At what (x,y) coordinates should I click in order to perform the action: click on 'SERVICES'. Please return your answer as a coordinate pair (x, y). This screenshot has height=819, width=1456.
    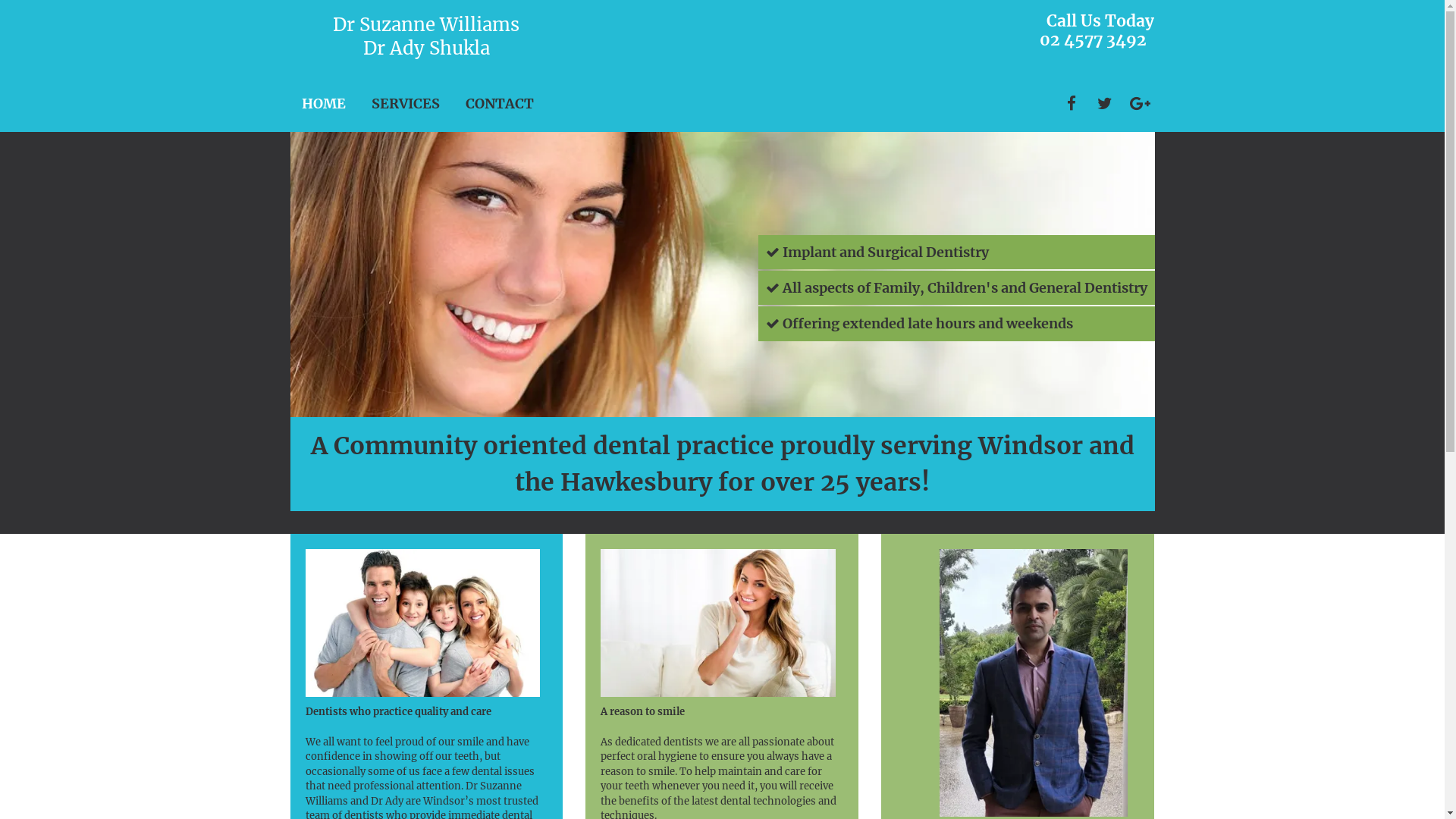
    Looking at the image, I should click on (405, 103).